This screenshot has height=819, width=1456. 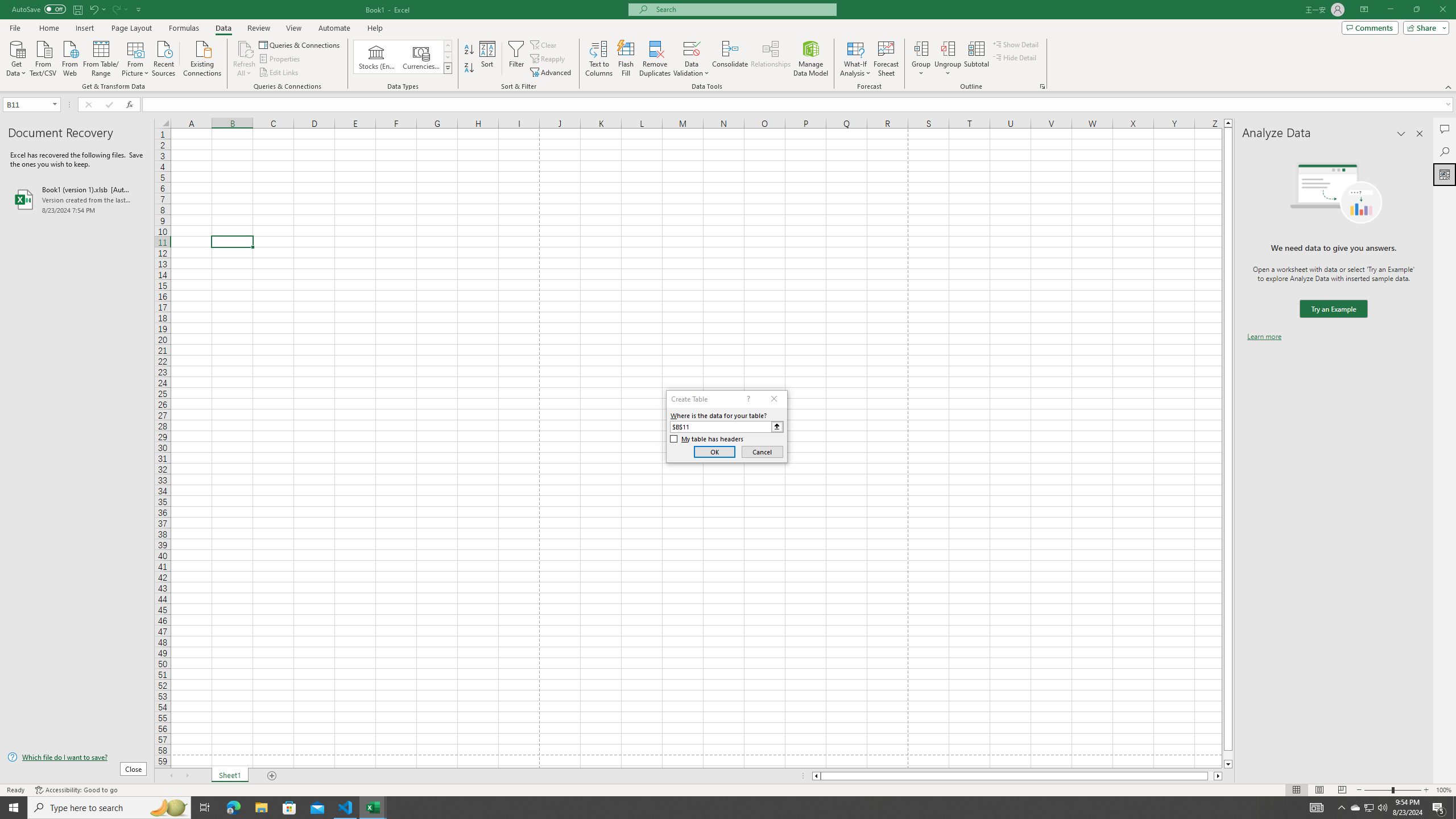 I want to click on 'Formulas', so click(x=185, y=28).